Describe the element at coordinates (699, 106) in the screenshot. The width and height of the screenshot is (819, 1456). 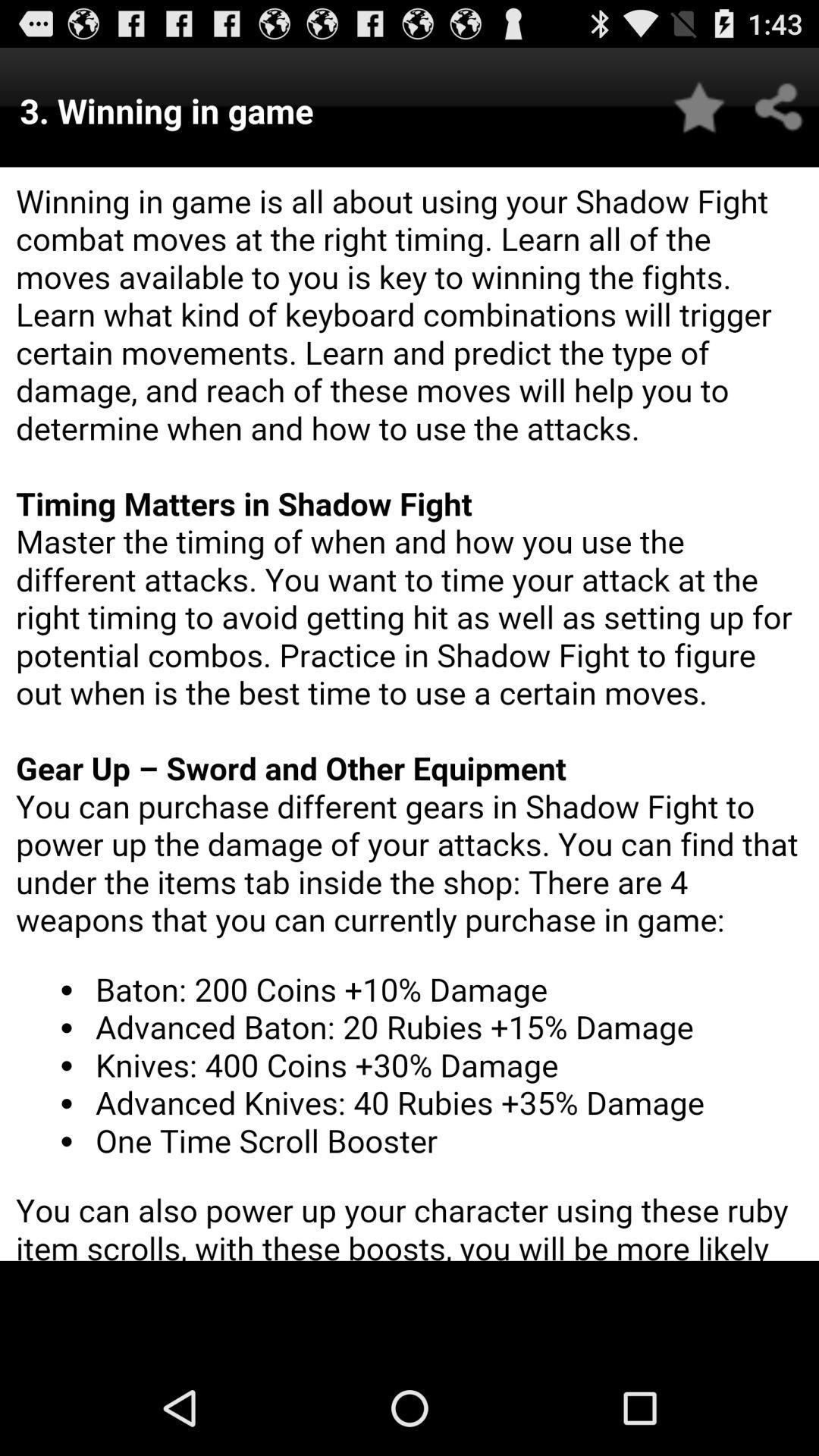
I see `favorite` at that location.